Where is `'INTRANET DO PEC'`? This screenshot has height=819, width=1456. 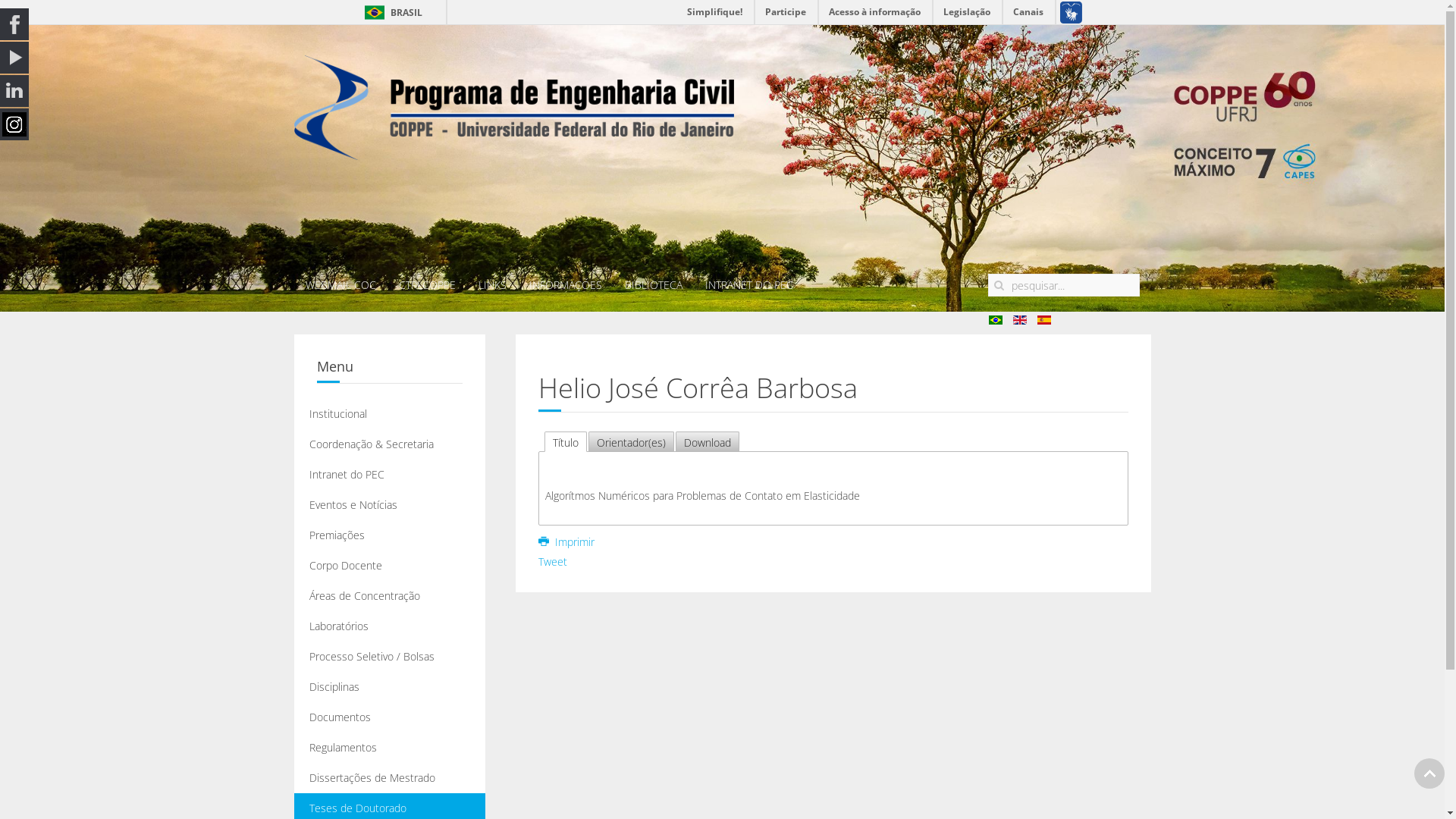
'INTRANET DO PEC' is located at coordinates (692, 284).